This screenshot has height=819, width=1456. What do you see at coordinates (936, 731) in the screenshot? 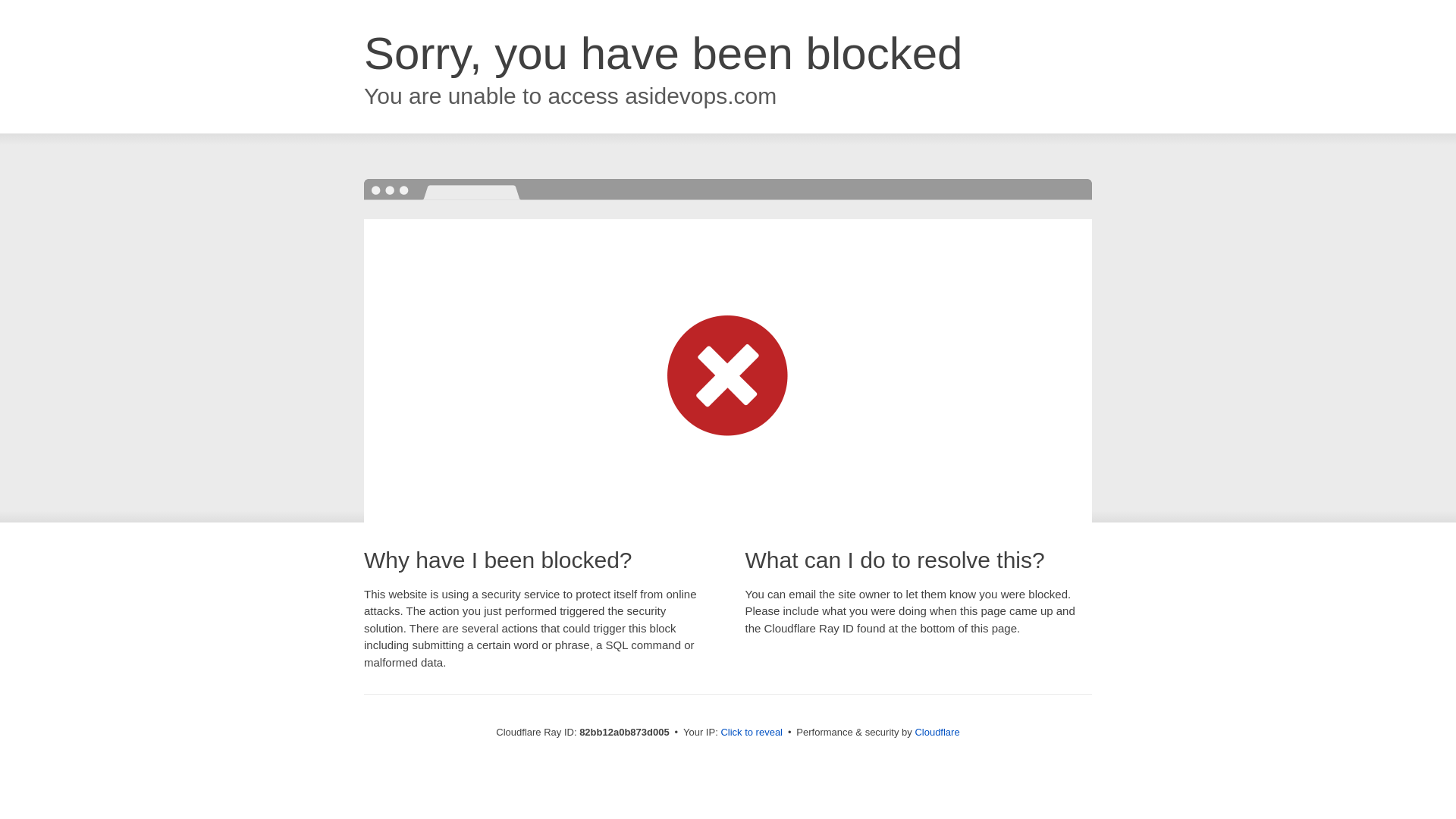
I see `'Cloudflare'` at bounding box center [936, 731].